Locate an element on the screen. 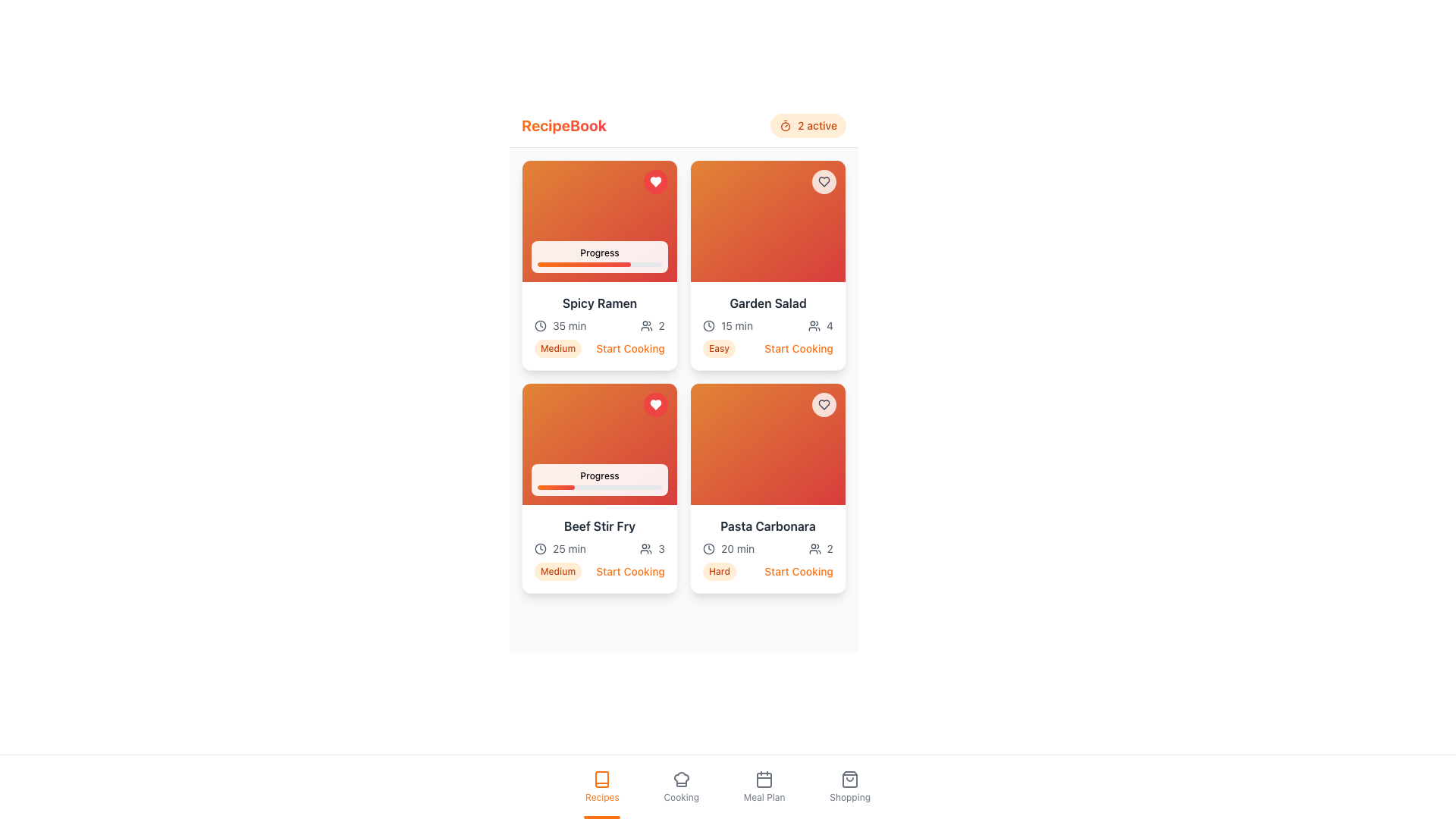  the 'Start Cooking' button, which is part of a Composite component consisting of a badge labeled 'Medium' and the button itself, located at the bottom of the first card below the 'Spicy Ramen' title is located at coordinates (599, 348).